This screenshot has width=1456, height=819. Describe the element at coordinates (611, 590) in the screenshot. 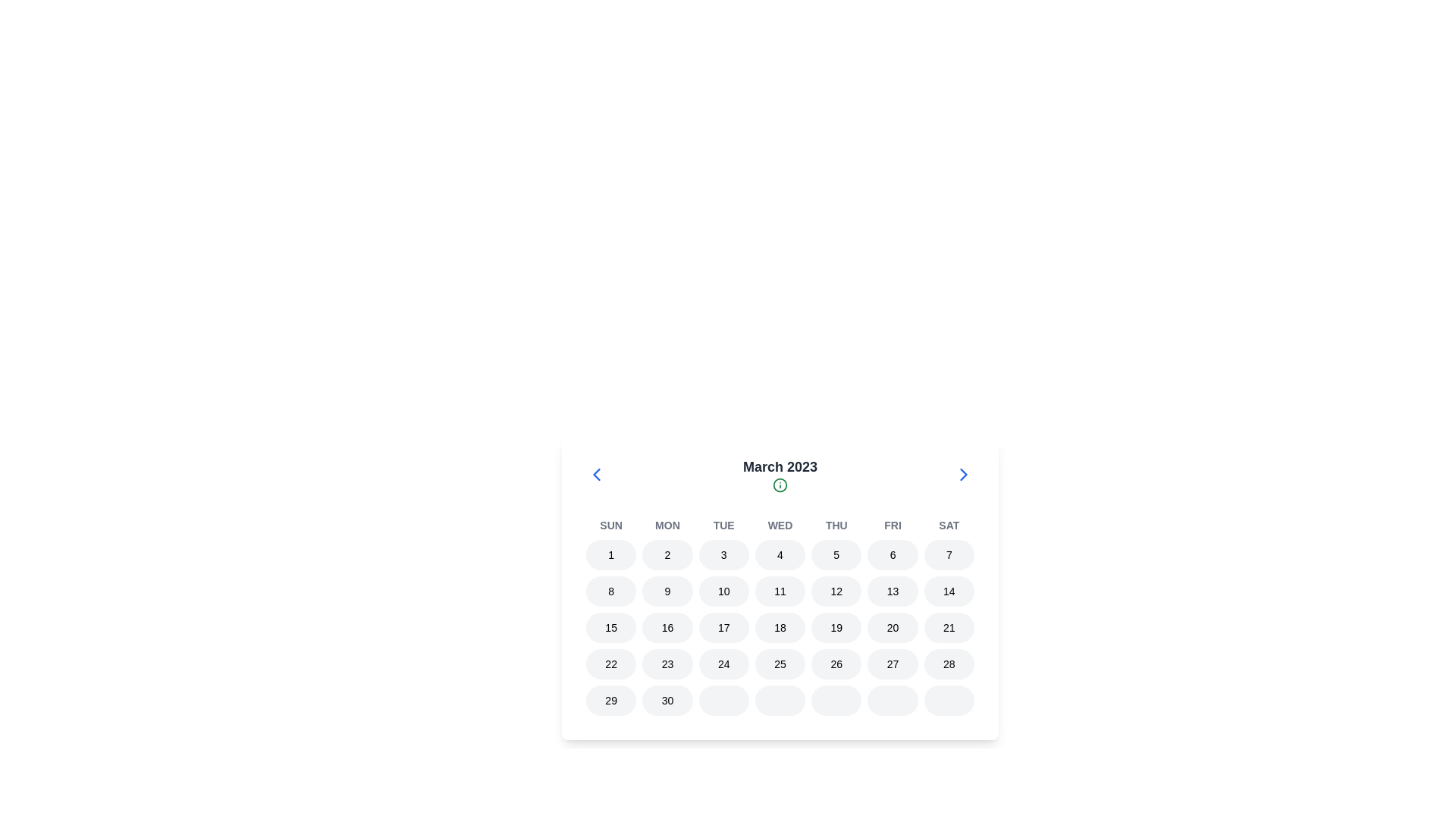

I see `the circular button displaying the number '8' in the second row and first column of the calendar grid` at that location.